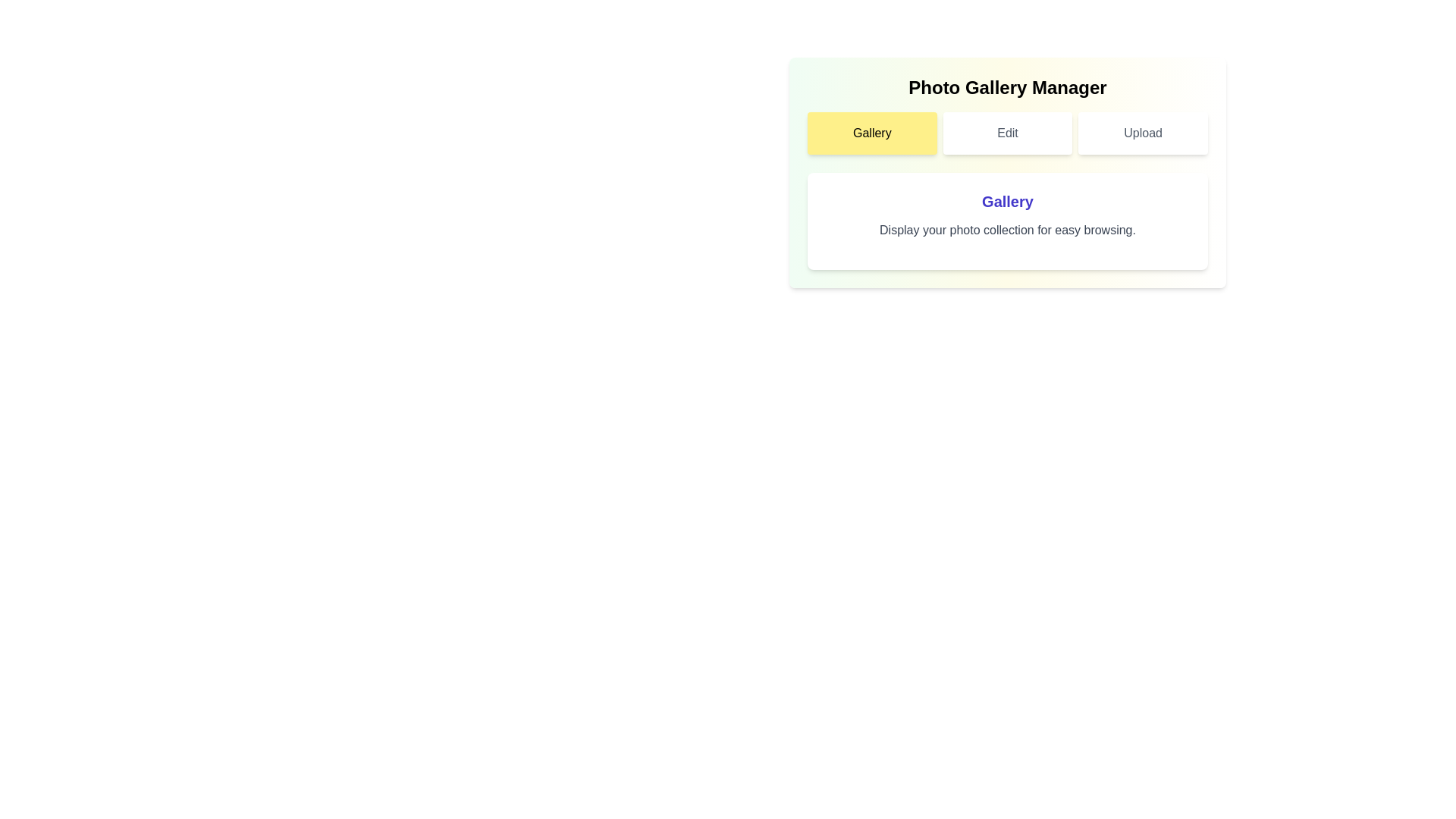  I want to click on the 'Gallery' button with a yellow background and bold black text, so click(872, 133).